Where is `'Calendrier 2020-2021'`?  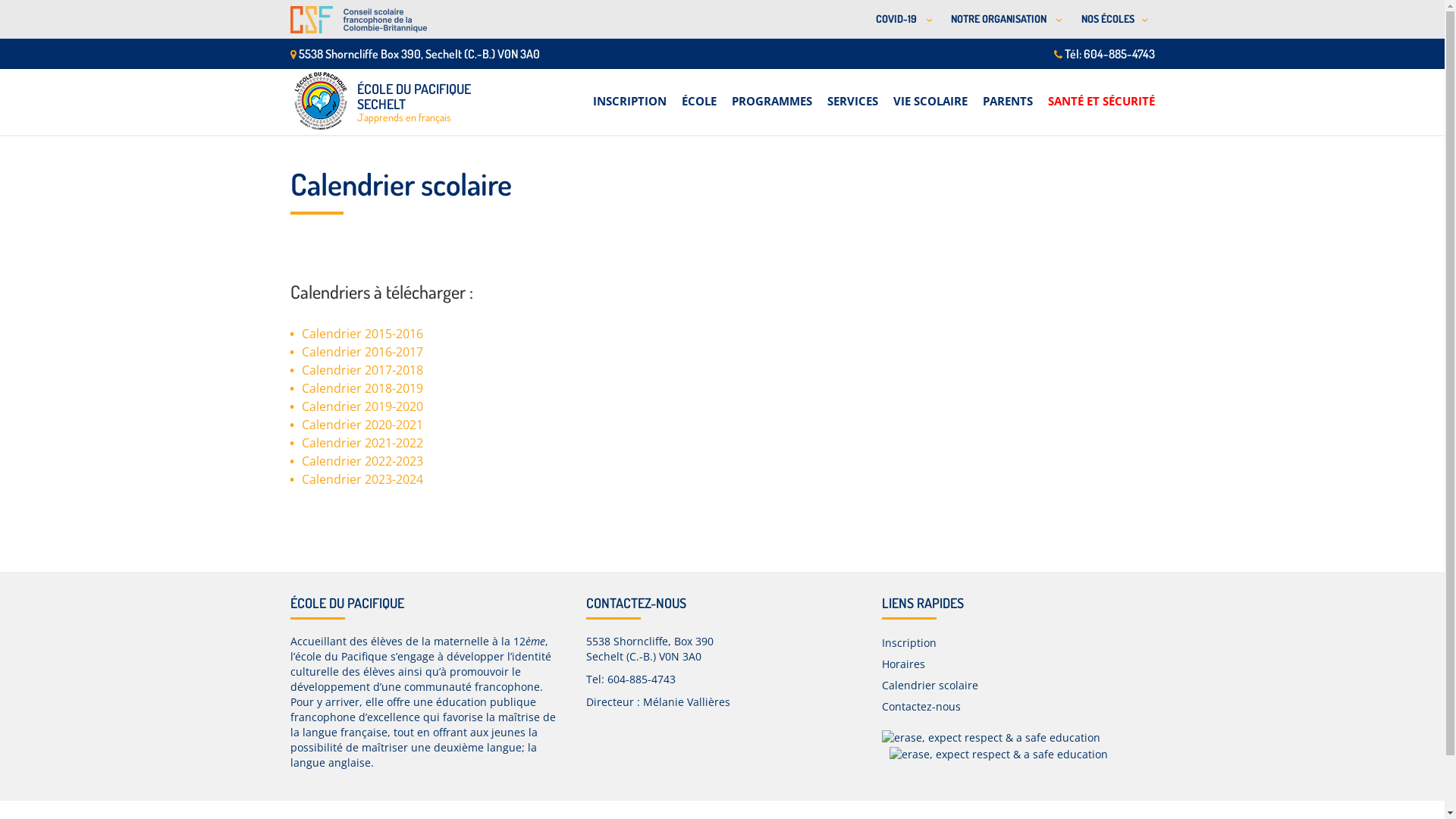
'Calendrier 2020-2021' is located at coordinates (302, 424).